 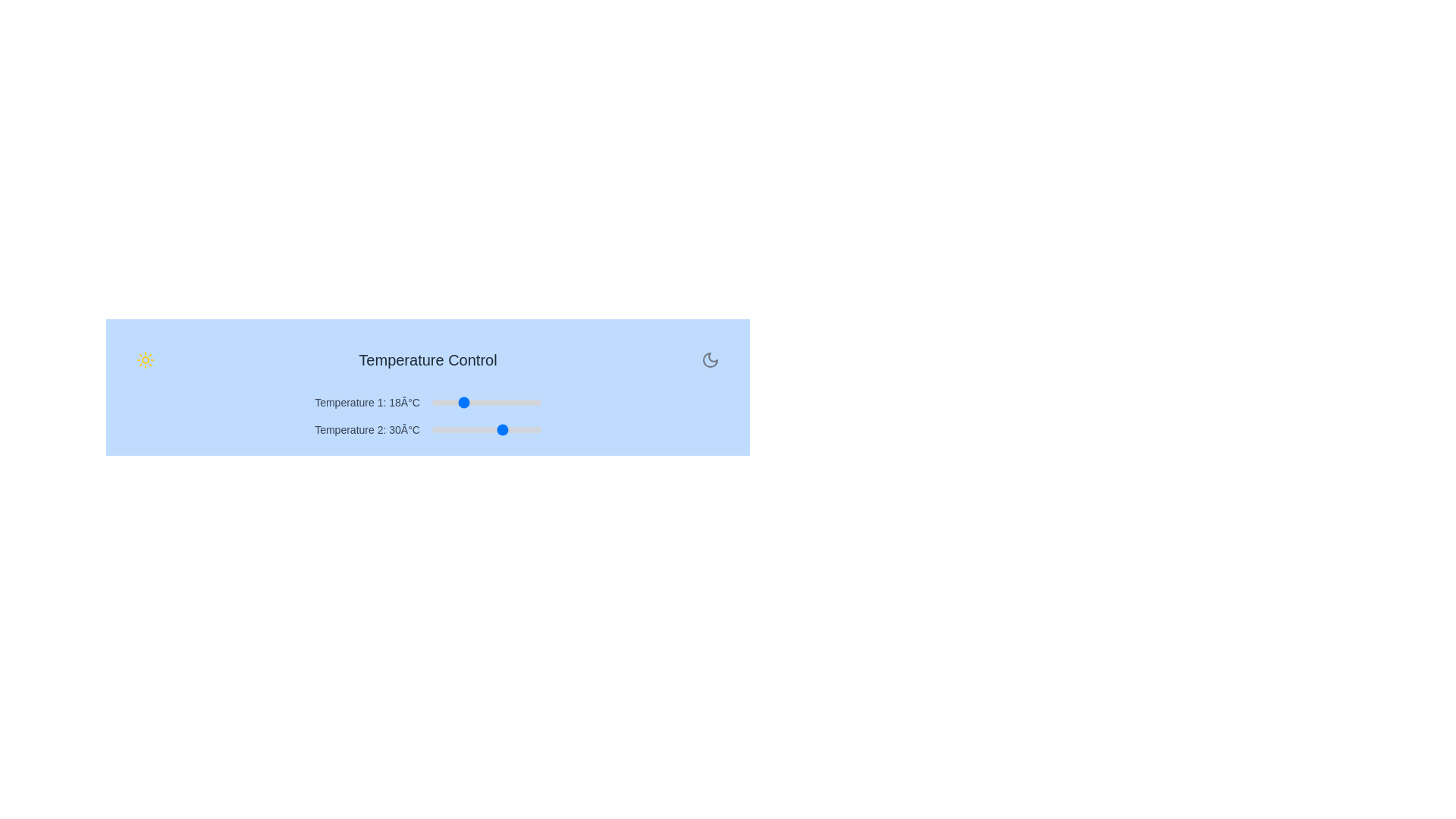 What do you see at coordinates (442, 430) in the screenshot?
I see `the temperature slider` at bounding box center [442, 430].